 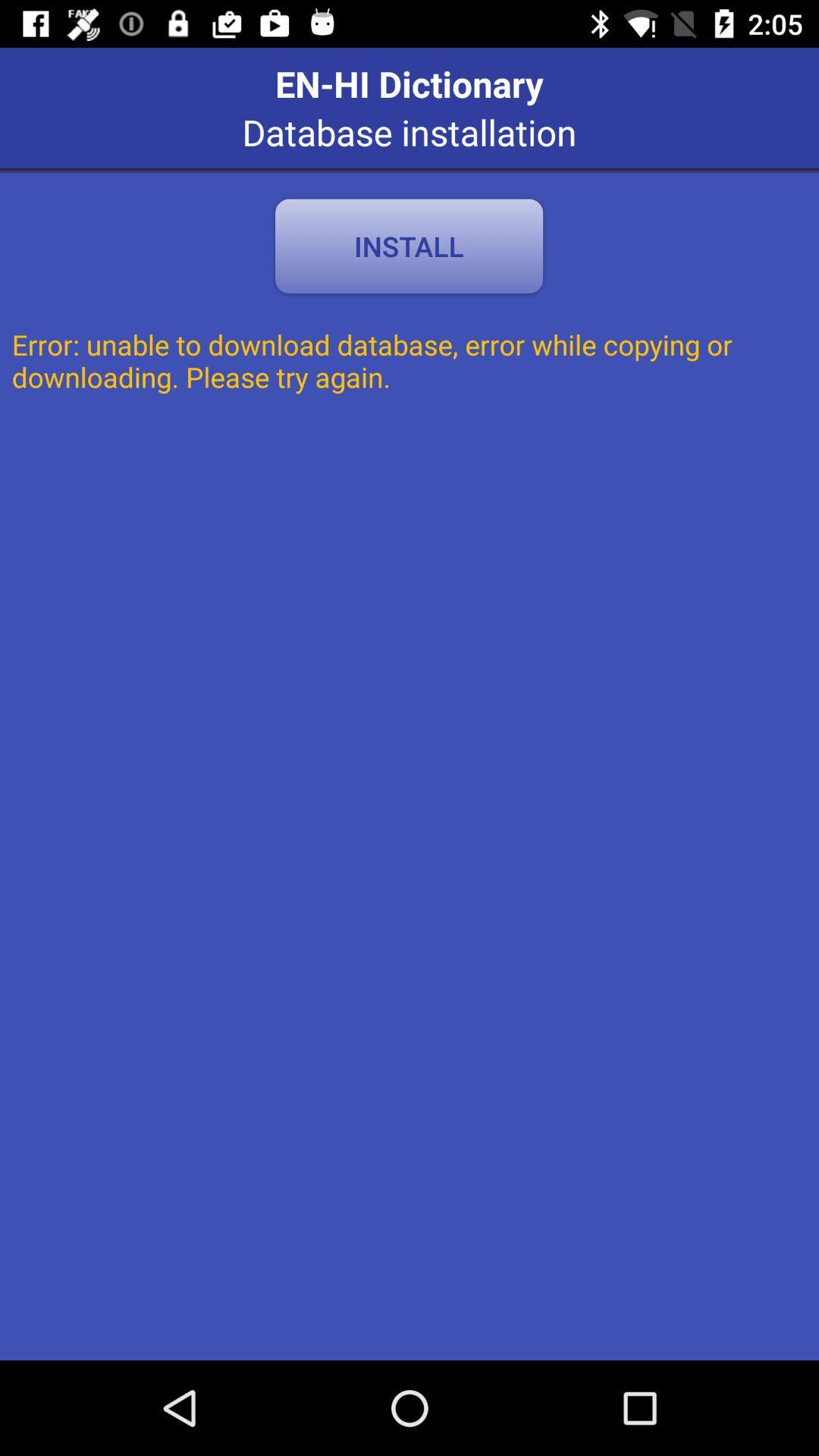 What do you see at coordinates (408, 246) in the screenshot?
I see `the install icon` at bounding box center [408, 246].